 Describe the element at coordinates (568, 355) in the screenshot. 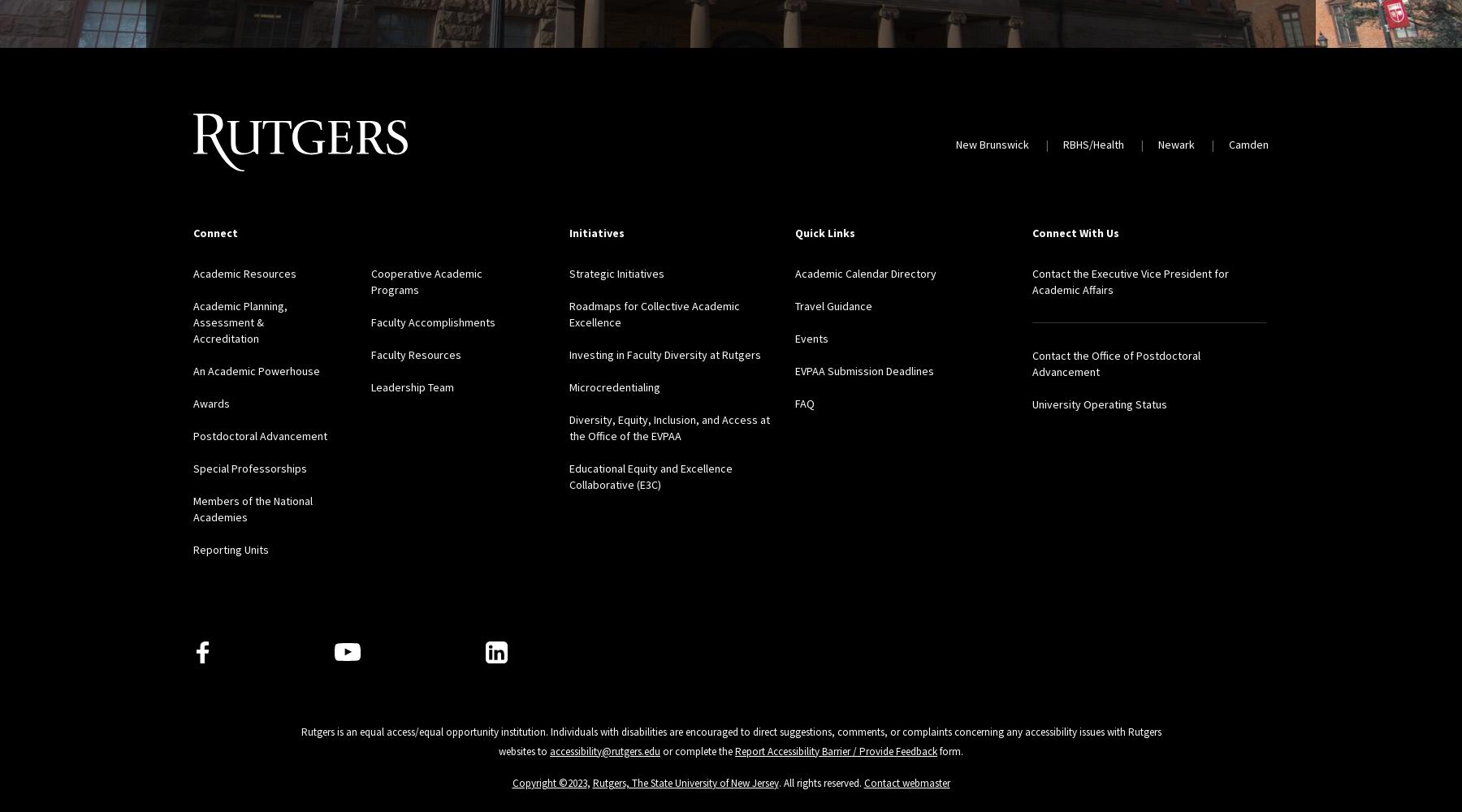

I see `'Investing in Faculty Diversity at Rutgers'` at that location.